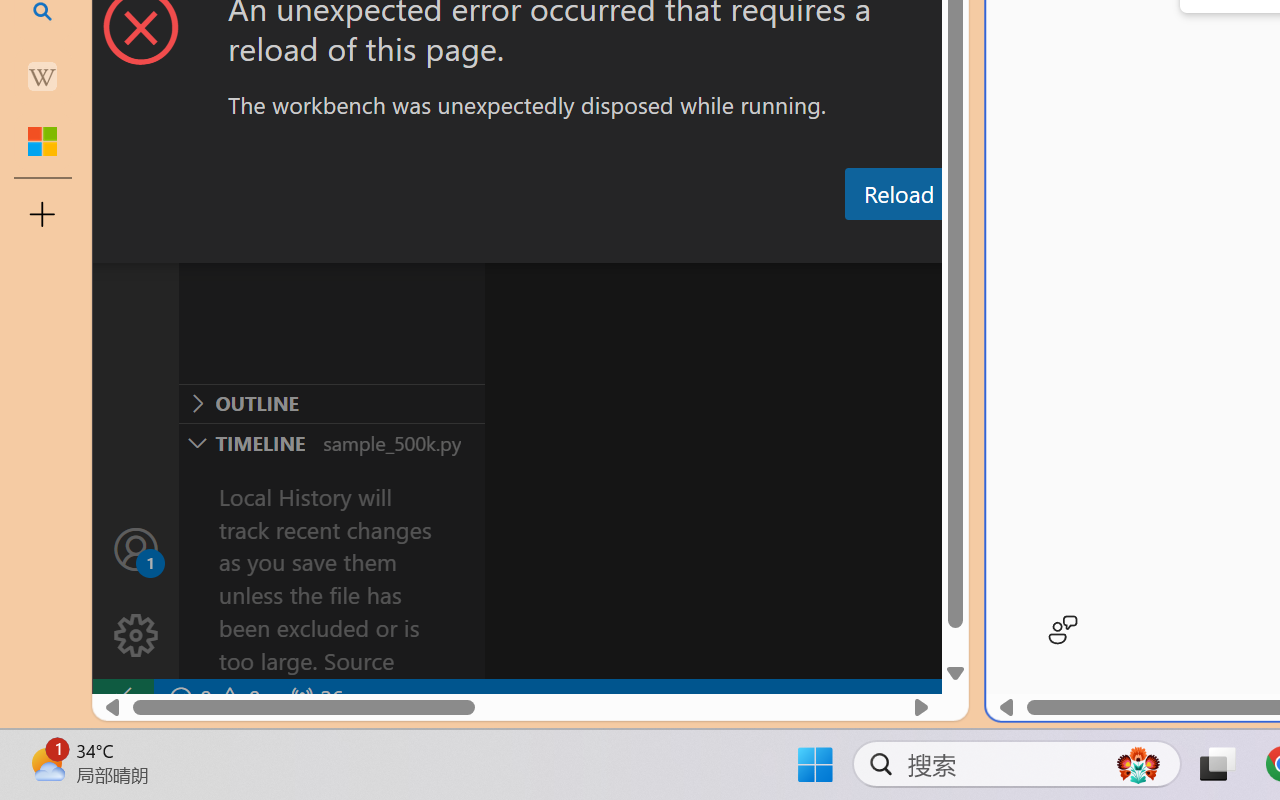 This screenshot has width=1280, height=800. What do you see at coordinates (331, 441) in the screenshot?
I see `'Timeline Section'` at bounding box center [331, 441].